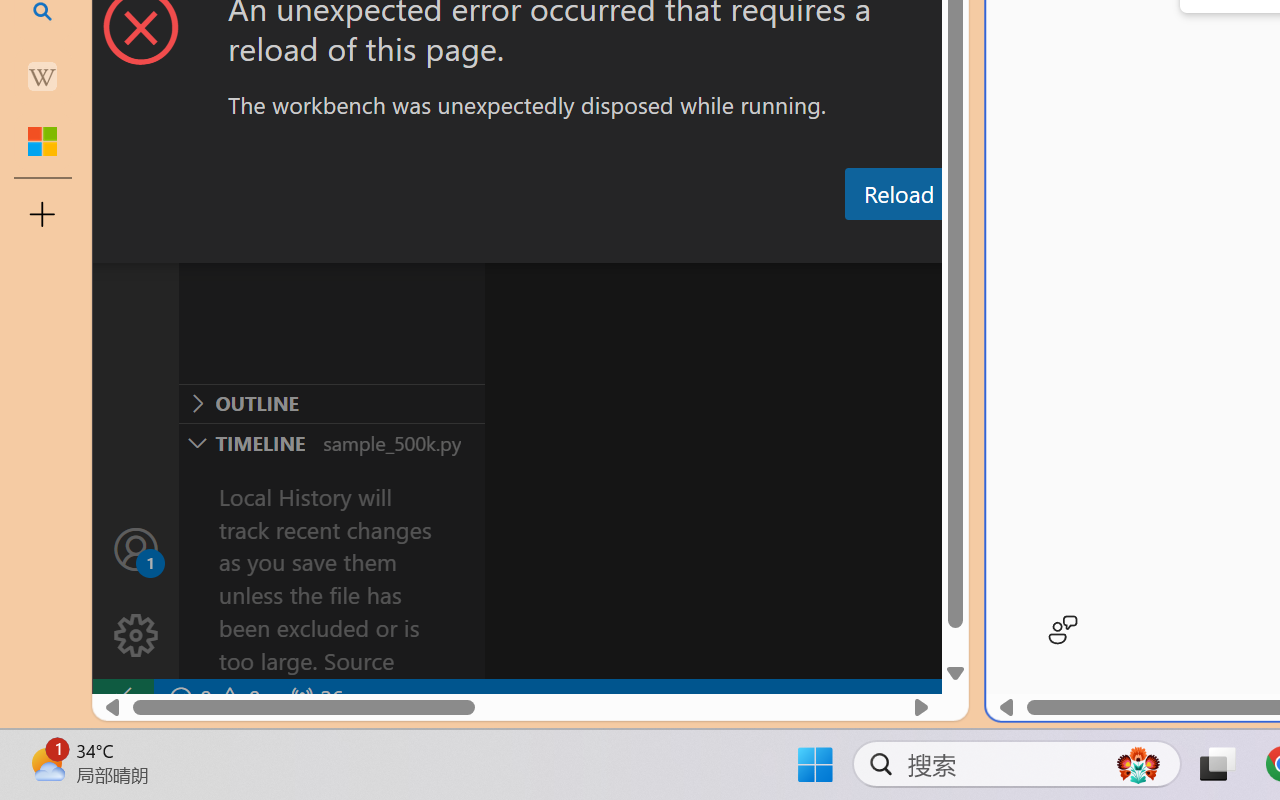 This screenshot has width=1280, height=800. What do you see at coordinates (331, 441) in the screenshot?
I see `'Timeline Section'` at bounding box center [331, 441].